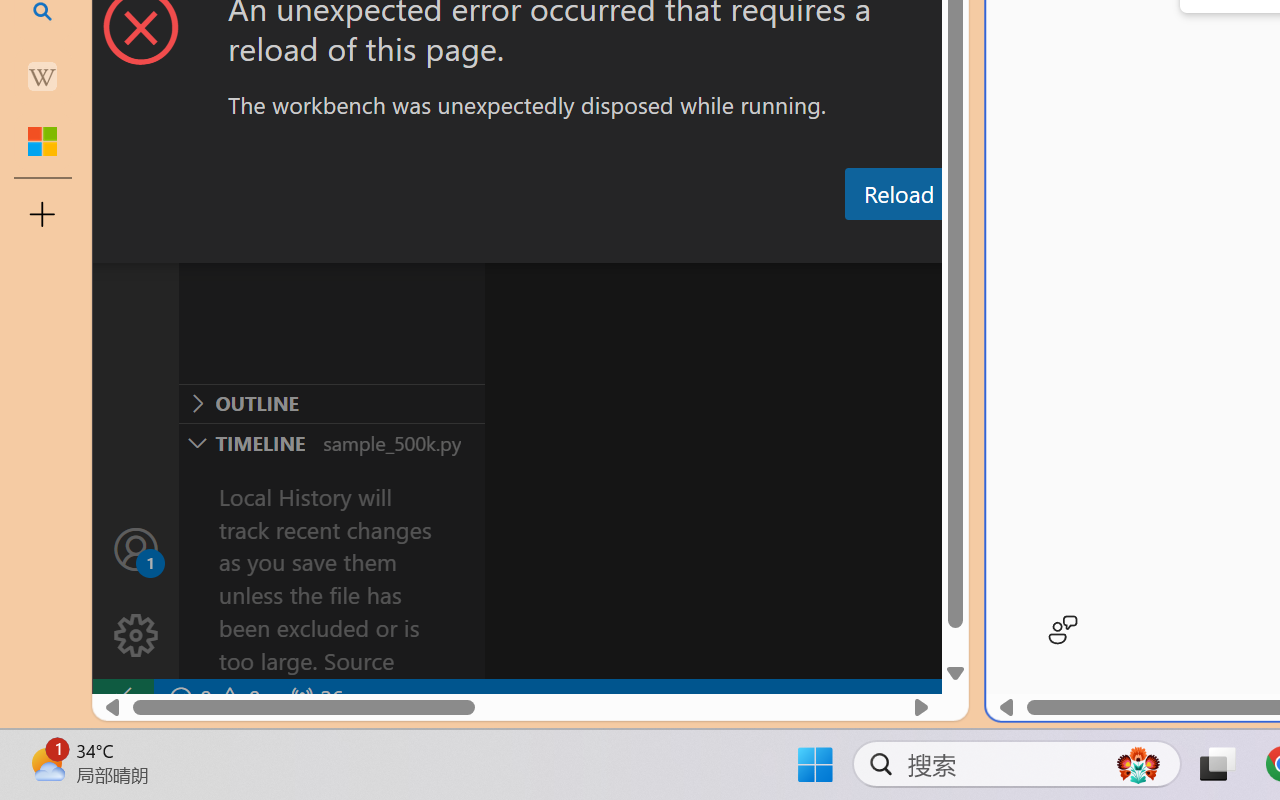 This screenshot has width=1280, height=800. What do you see at coordinates (331, 441) in the screenshot?
I see `'Timeline Section'` at bounding box center [331, 441].